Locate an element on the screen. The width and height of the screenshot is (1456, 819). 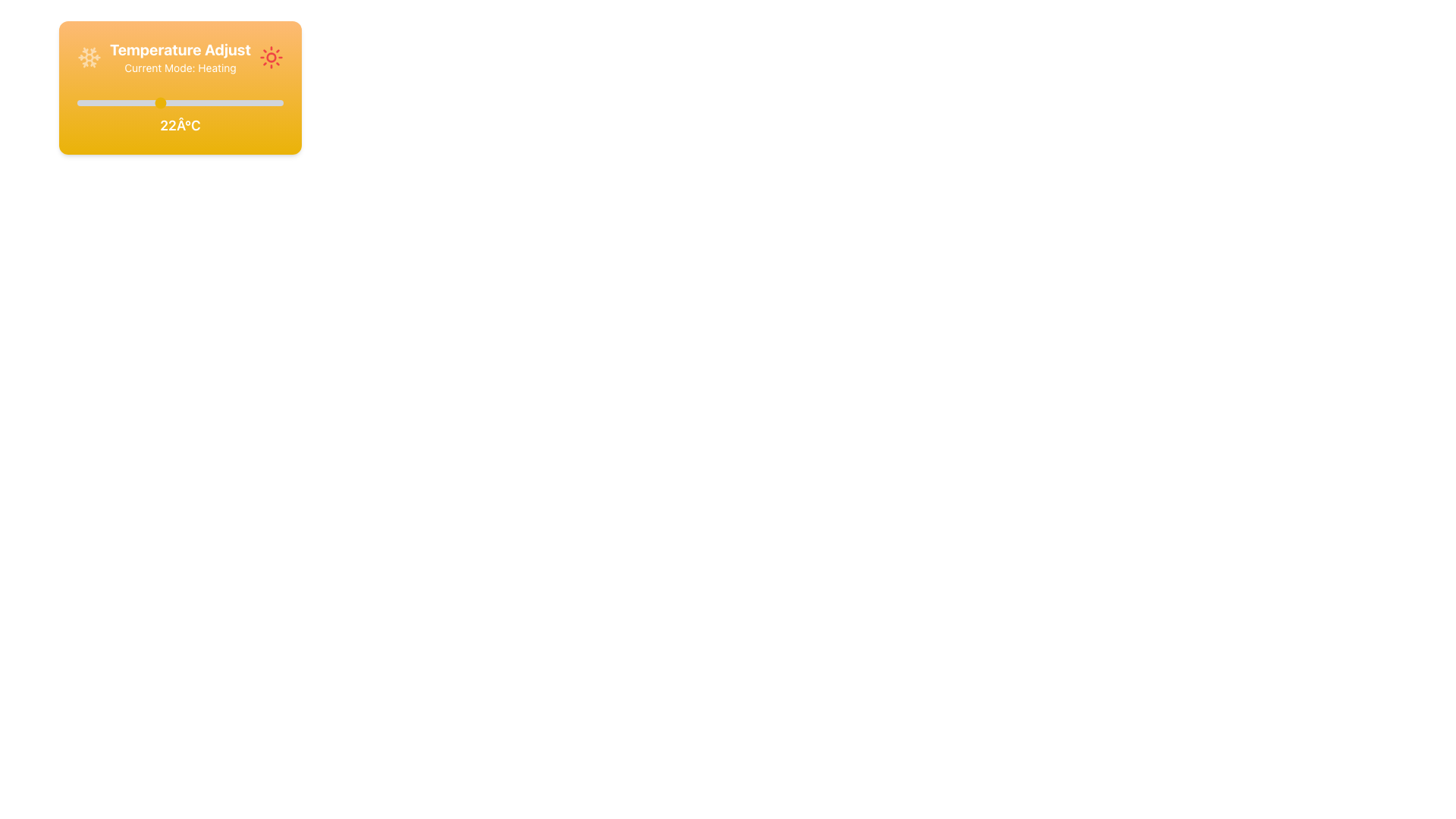
the Label / Text Display that shows '22°C', which is centrally aligned below the slider element and styled with white text on a vibrant yellow-orange gradient background is located at coordinates (180, 117).